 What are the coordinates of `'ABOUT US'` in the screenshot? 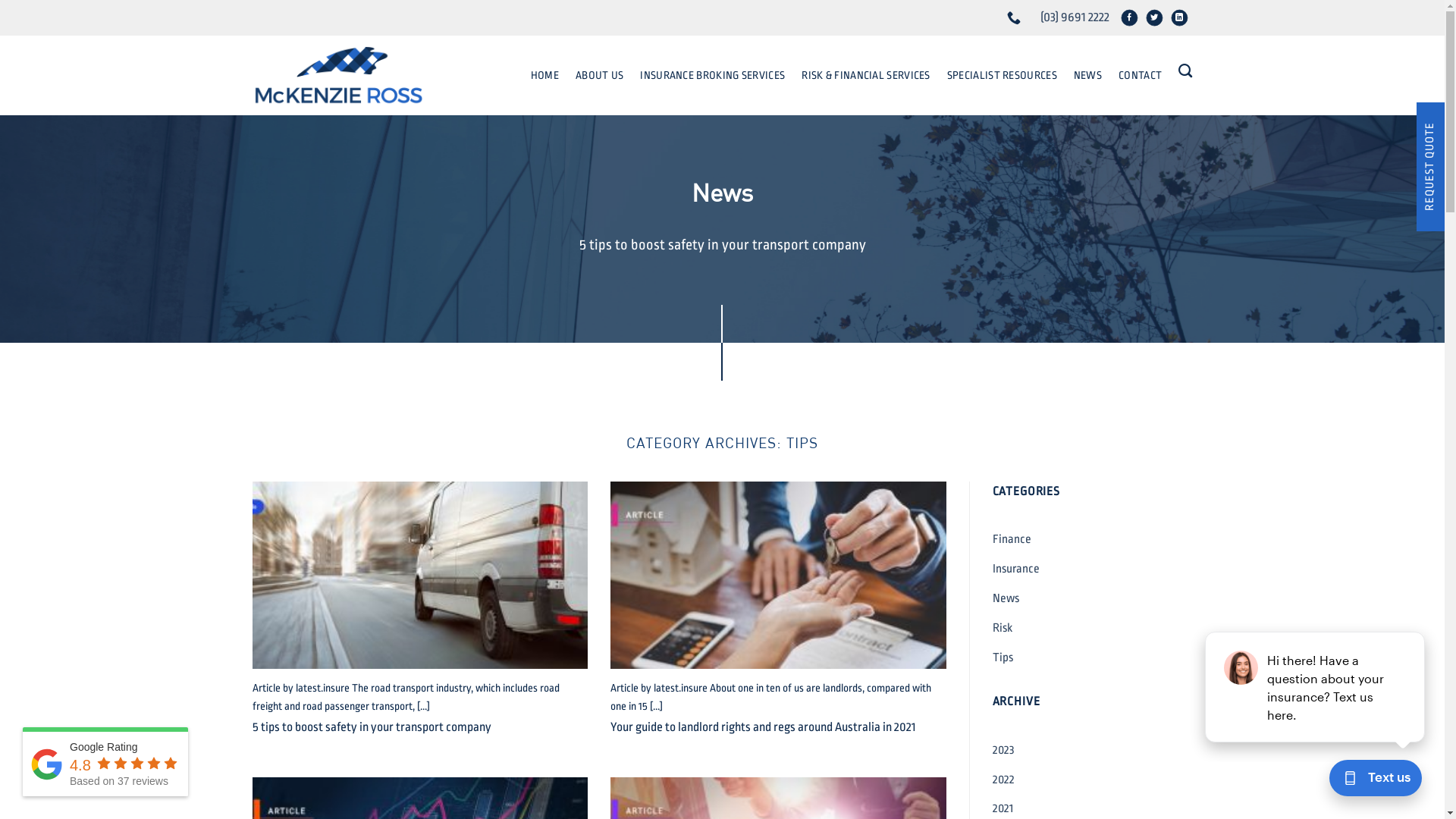 It's located at (598, 75).